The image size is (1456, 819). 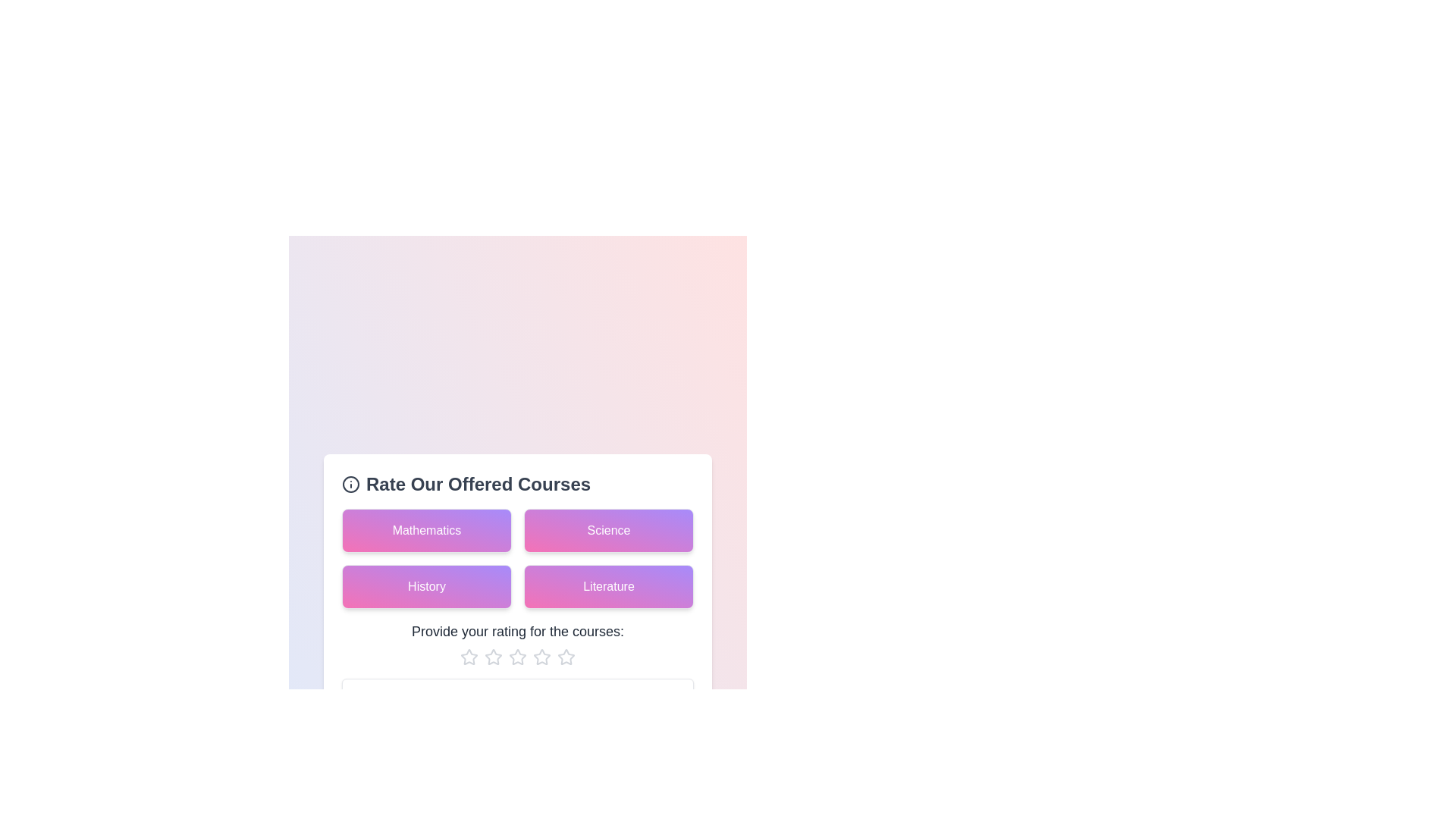 What do you see at coordinates (608, 585) in the screenshot?
I see `the course card labeled Literature` at bounding box center [608, 585].